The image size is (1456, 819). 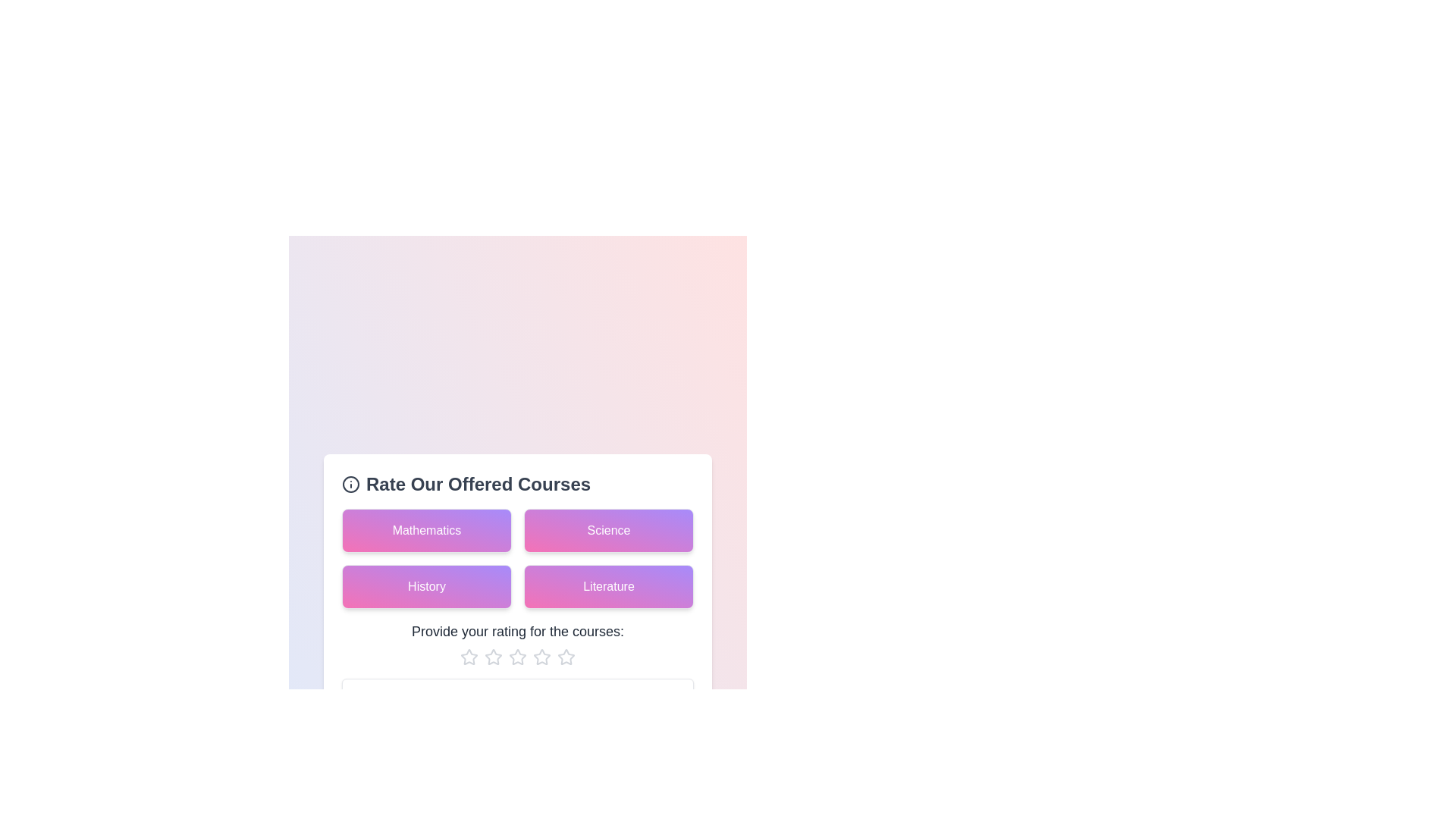 What do you see at coordinates (608, 585) in the screenshot?
I see `the course card labeled Literature` at bounding box center [608, 585].